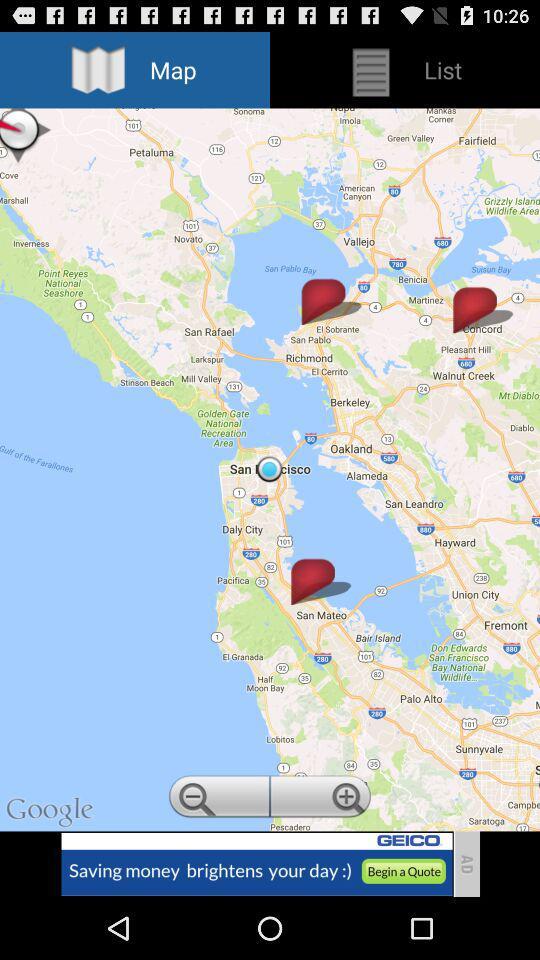  What do you see at coordinates (216, 799) in the screenshot?
I see `zoom` at bounding box center [216, 799].